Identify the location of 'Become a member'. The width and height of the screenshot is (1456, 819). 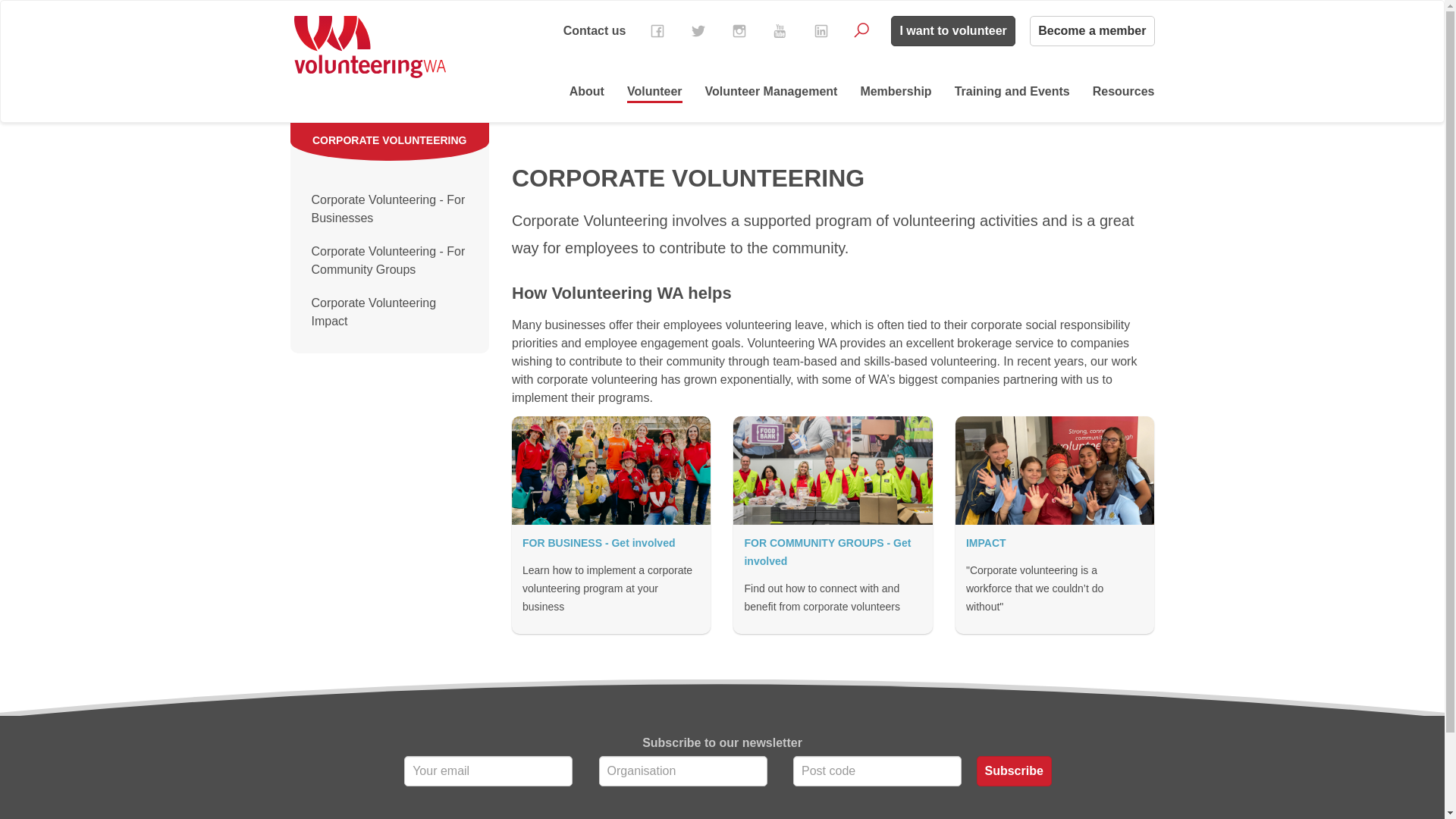
(1092, 31).